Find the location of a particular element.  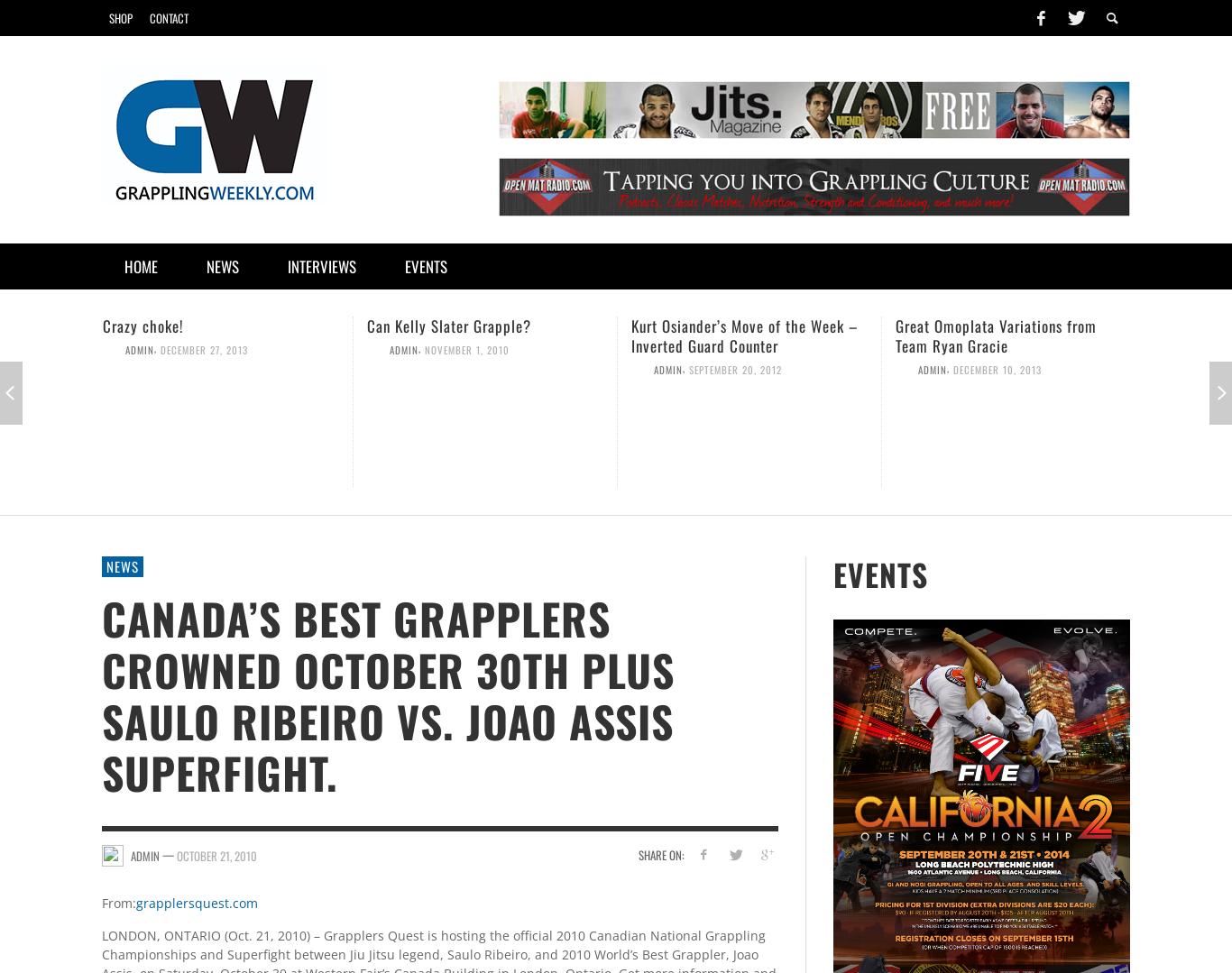

'Great Omoplata Variations from Team Ryan Gracie' is located at coordinates (995, 335).